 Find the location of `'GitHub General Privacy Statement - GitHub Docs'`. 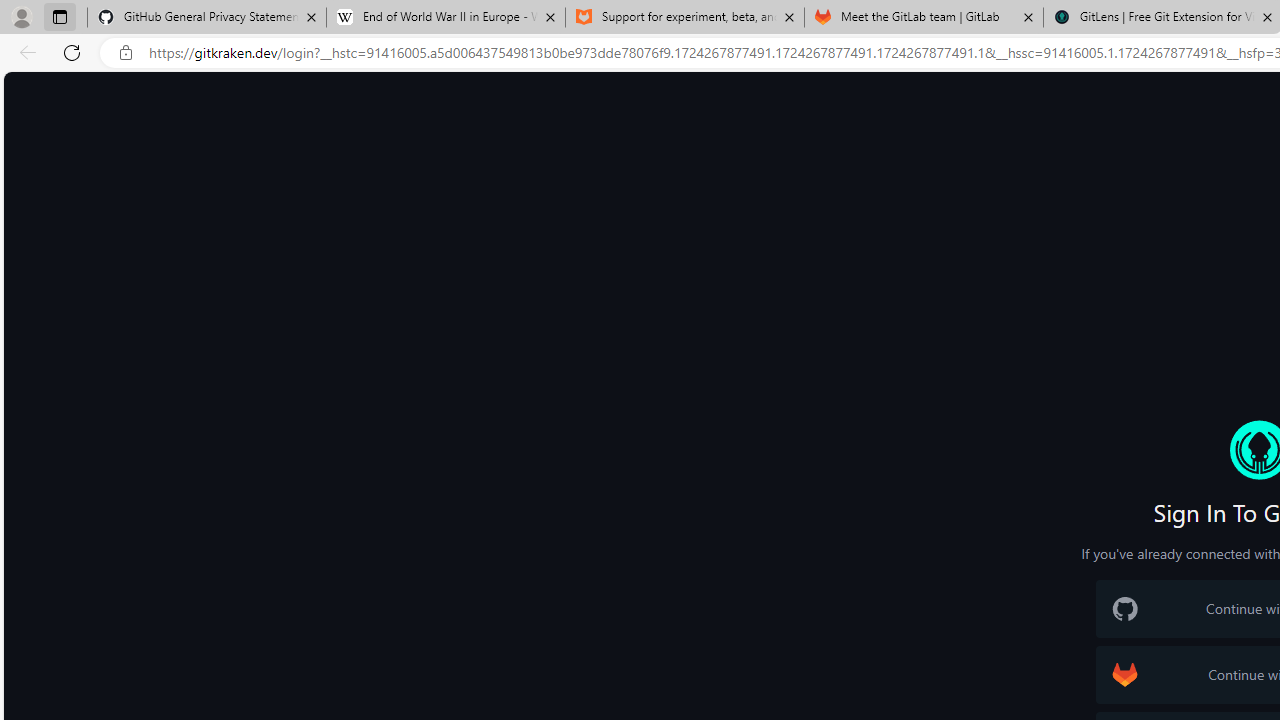

'GitHub General Privacy Statement - GitHub Docs' is located at coordinates (207, 17).